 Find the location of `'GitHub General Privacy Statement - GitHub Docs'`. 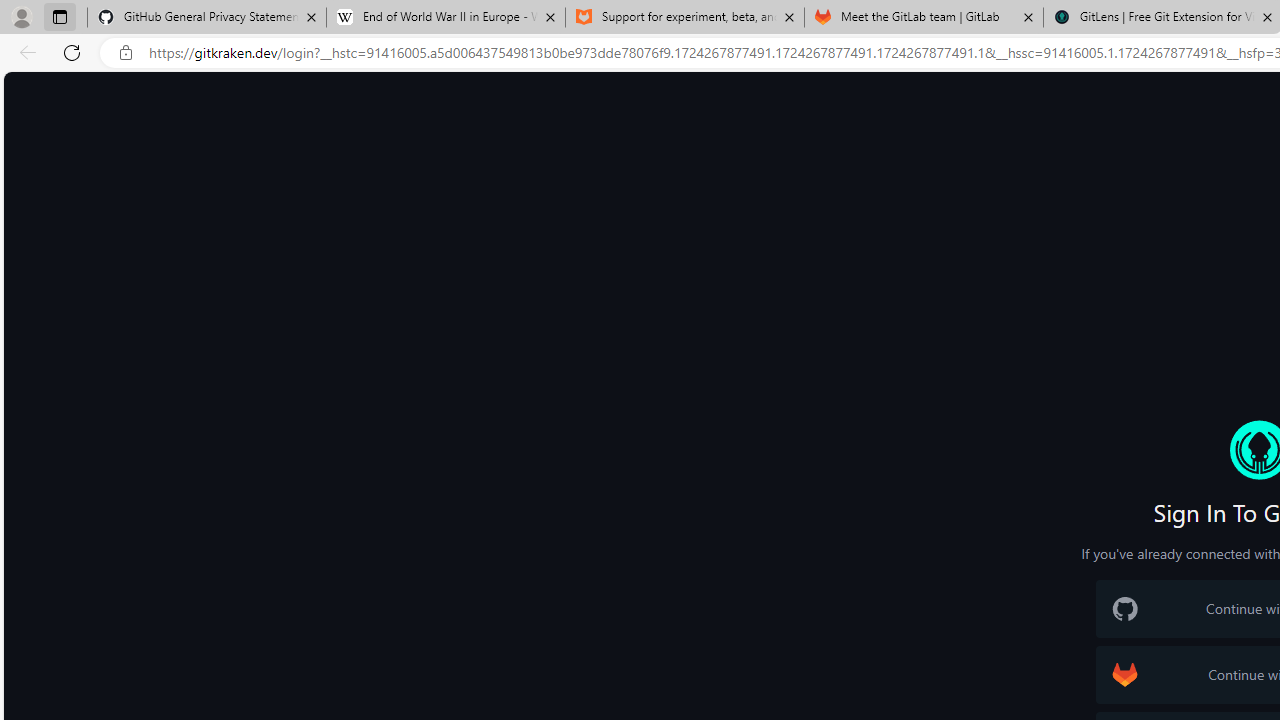

'GitHub General Privacy Statement - GitHub Docs' is located at coordinates (207, 17).